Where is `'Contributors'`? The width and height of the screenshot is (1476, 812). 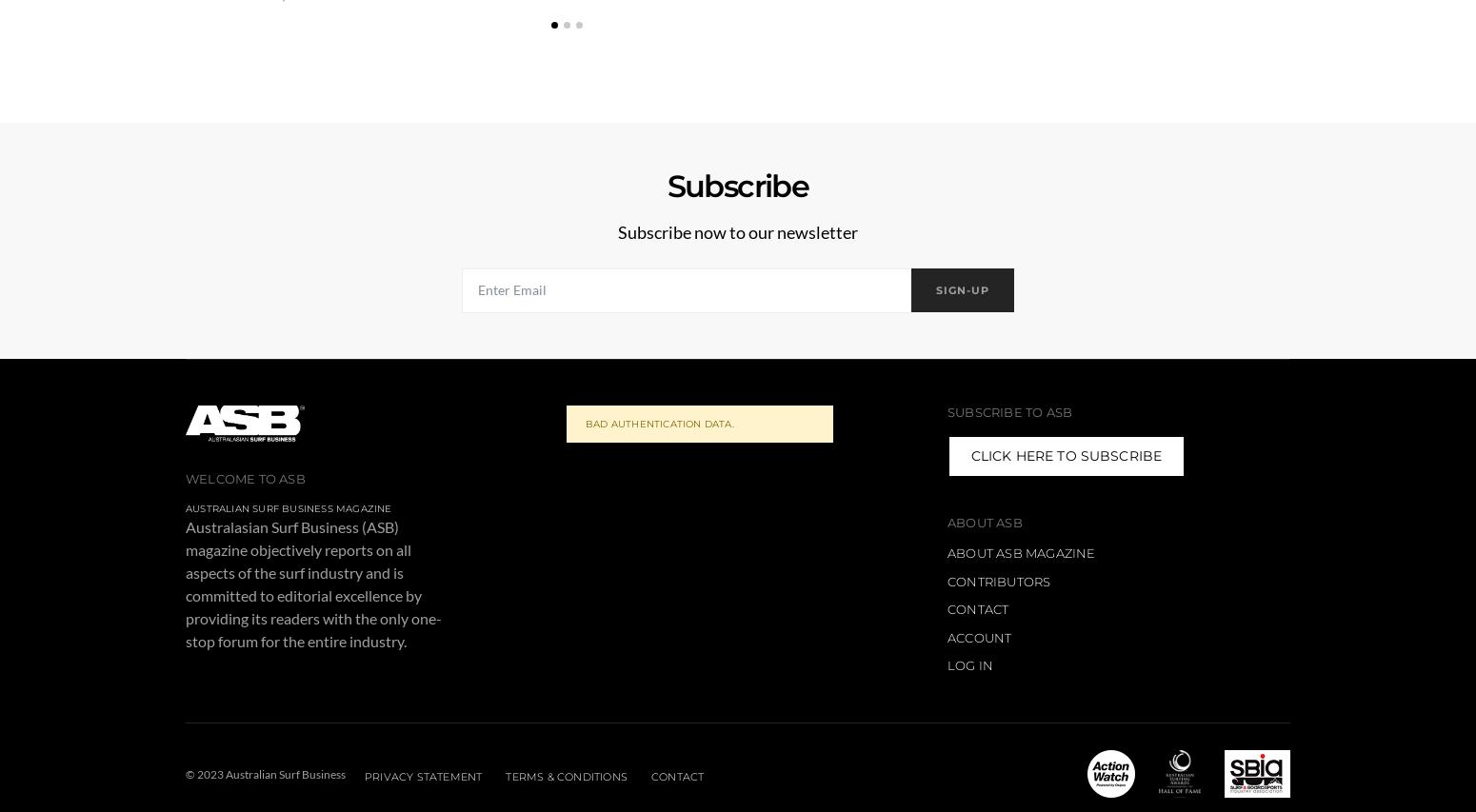 'Contributors' is located at coordinates (999, 579).